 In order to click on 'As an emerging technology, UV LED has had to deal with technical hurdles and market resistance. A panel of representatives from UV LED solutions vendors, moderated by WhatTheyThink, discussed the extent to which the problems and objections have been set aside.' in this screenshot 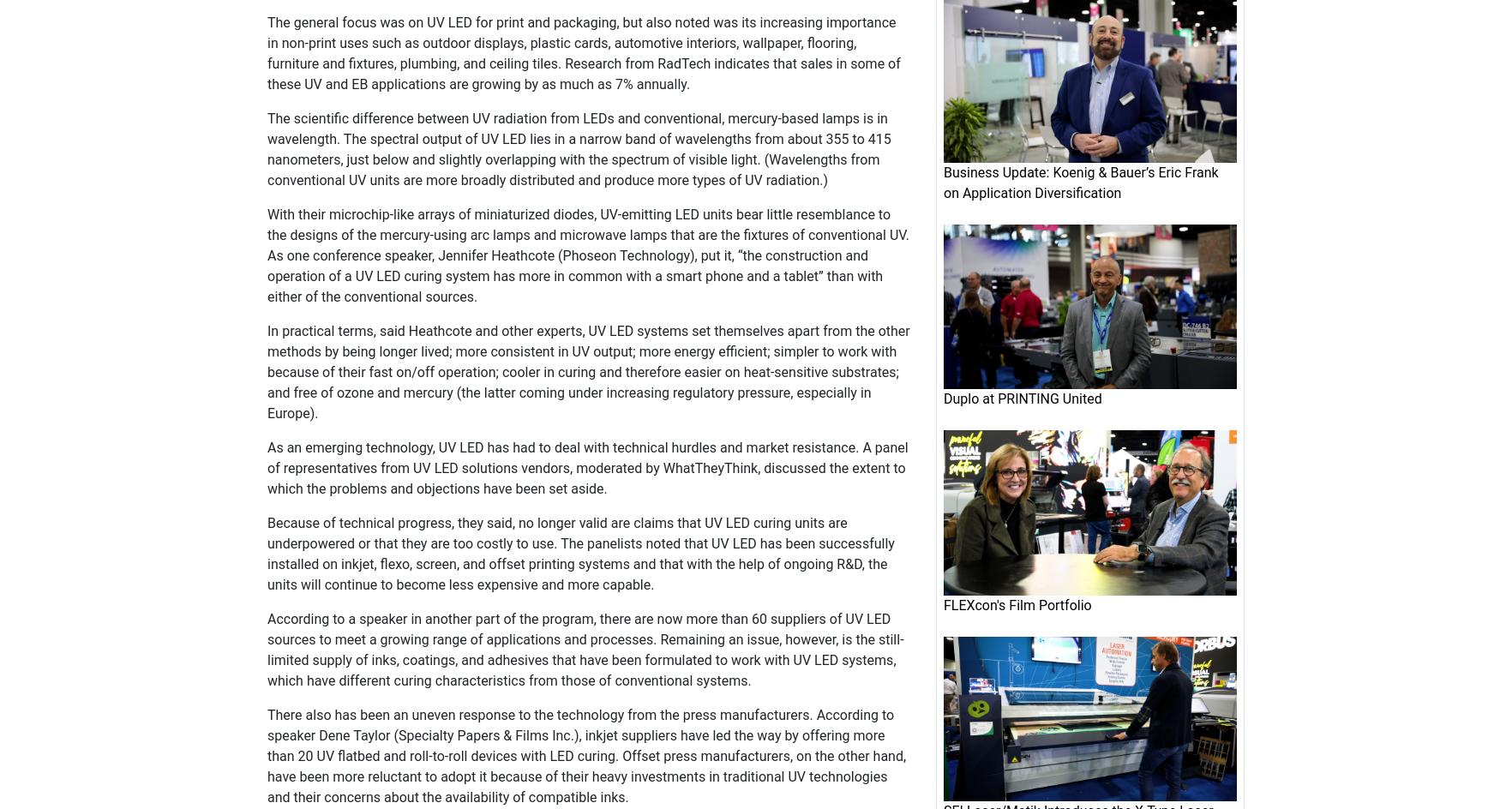, I will do `click(587, 467)`.